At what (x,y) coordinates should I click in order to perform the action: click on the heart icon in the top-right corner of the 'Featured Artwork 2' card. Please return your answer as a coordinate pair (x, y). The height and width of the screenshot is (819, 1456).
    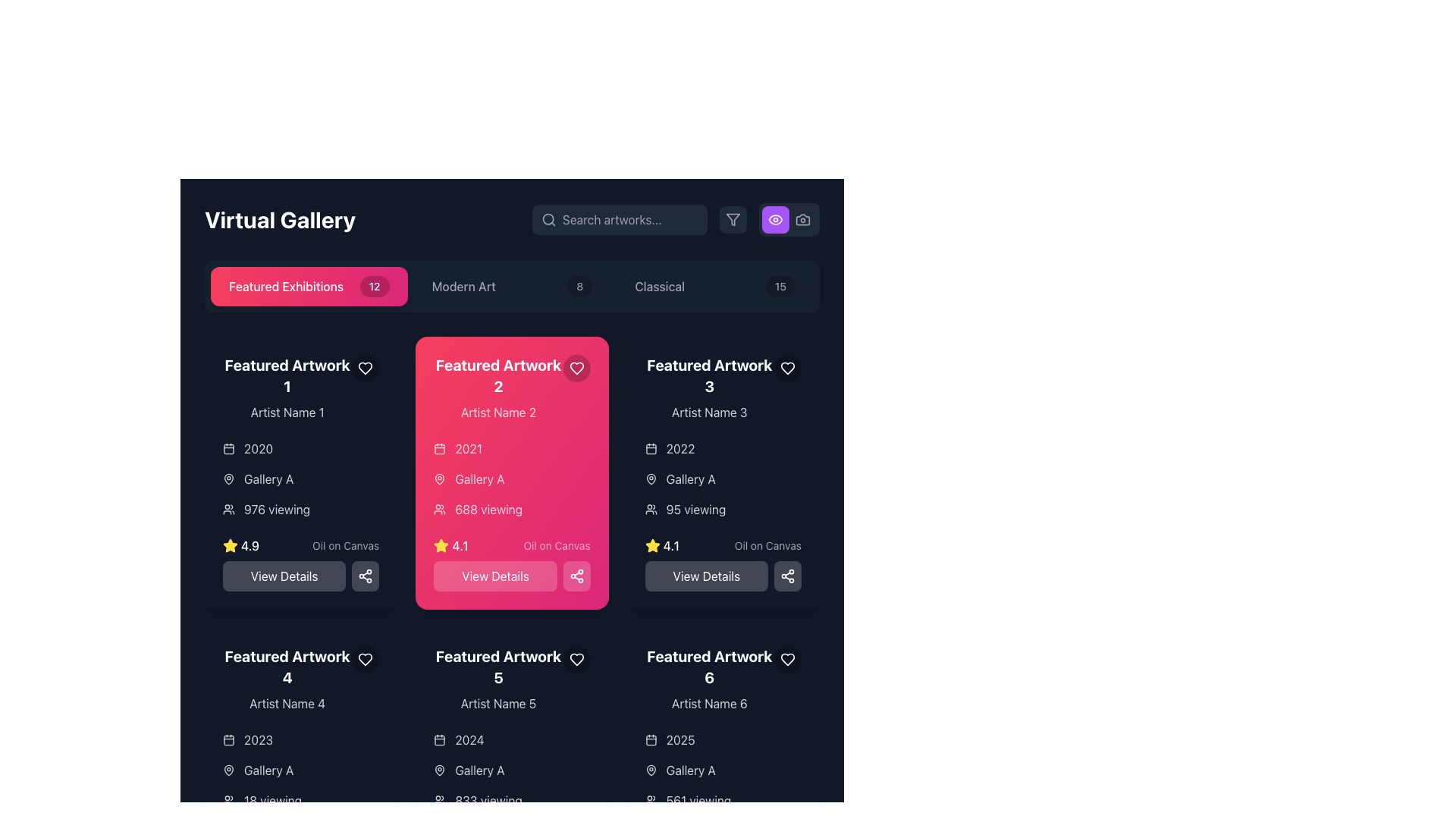
    Looking at the image, I should click on (576, 369).